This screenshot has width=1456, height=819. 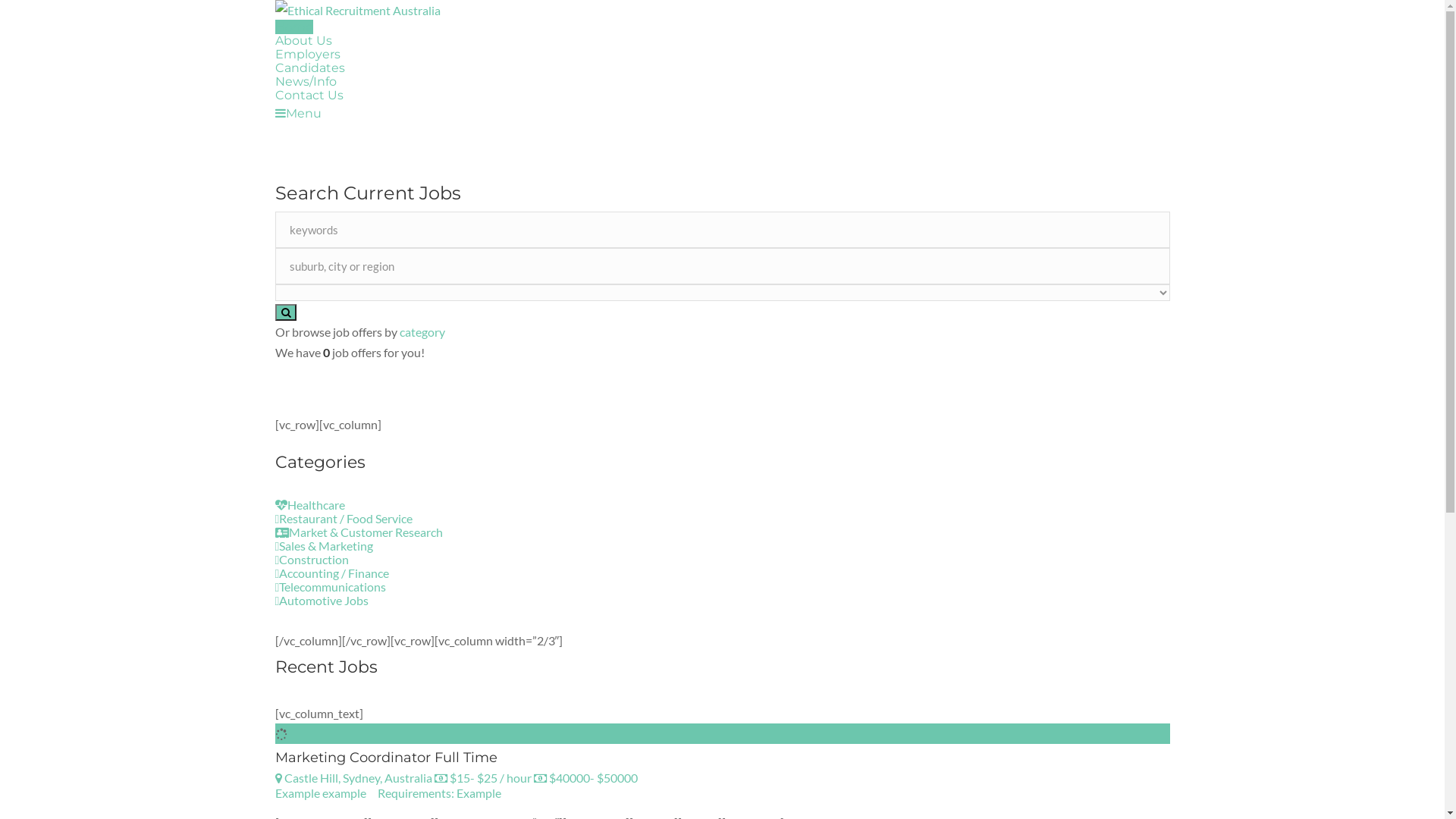 What do you see at coordinates (293, 27) in the screenshot?
I see `'Home'` at bounding box center [293, 27].